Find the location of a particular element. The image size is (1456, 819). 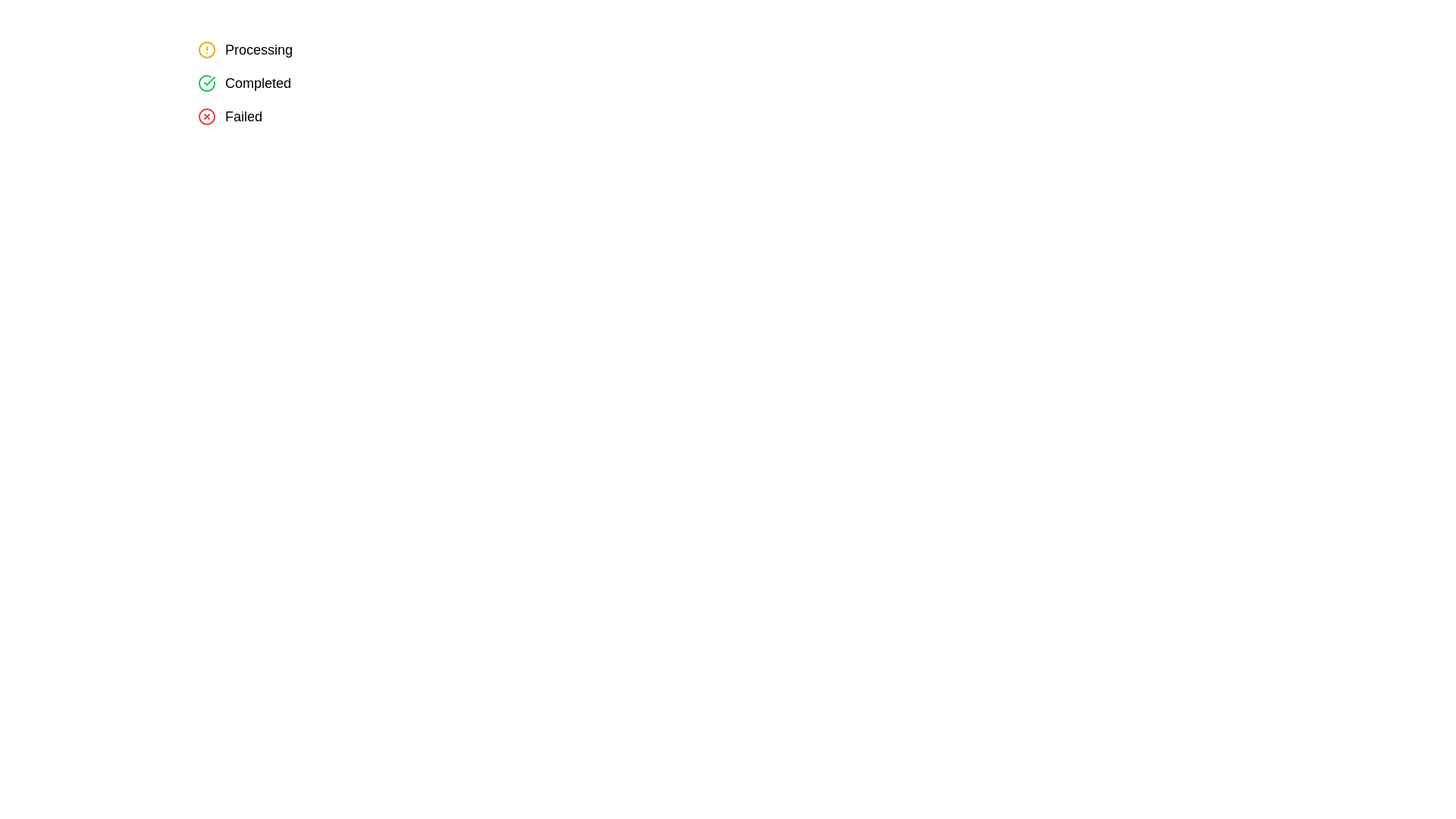

the completed status indicator icon located to the left of the text 'Completed', which is part of a horizontal grouping of status elements is located at coordinates (206, 83).